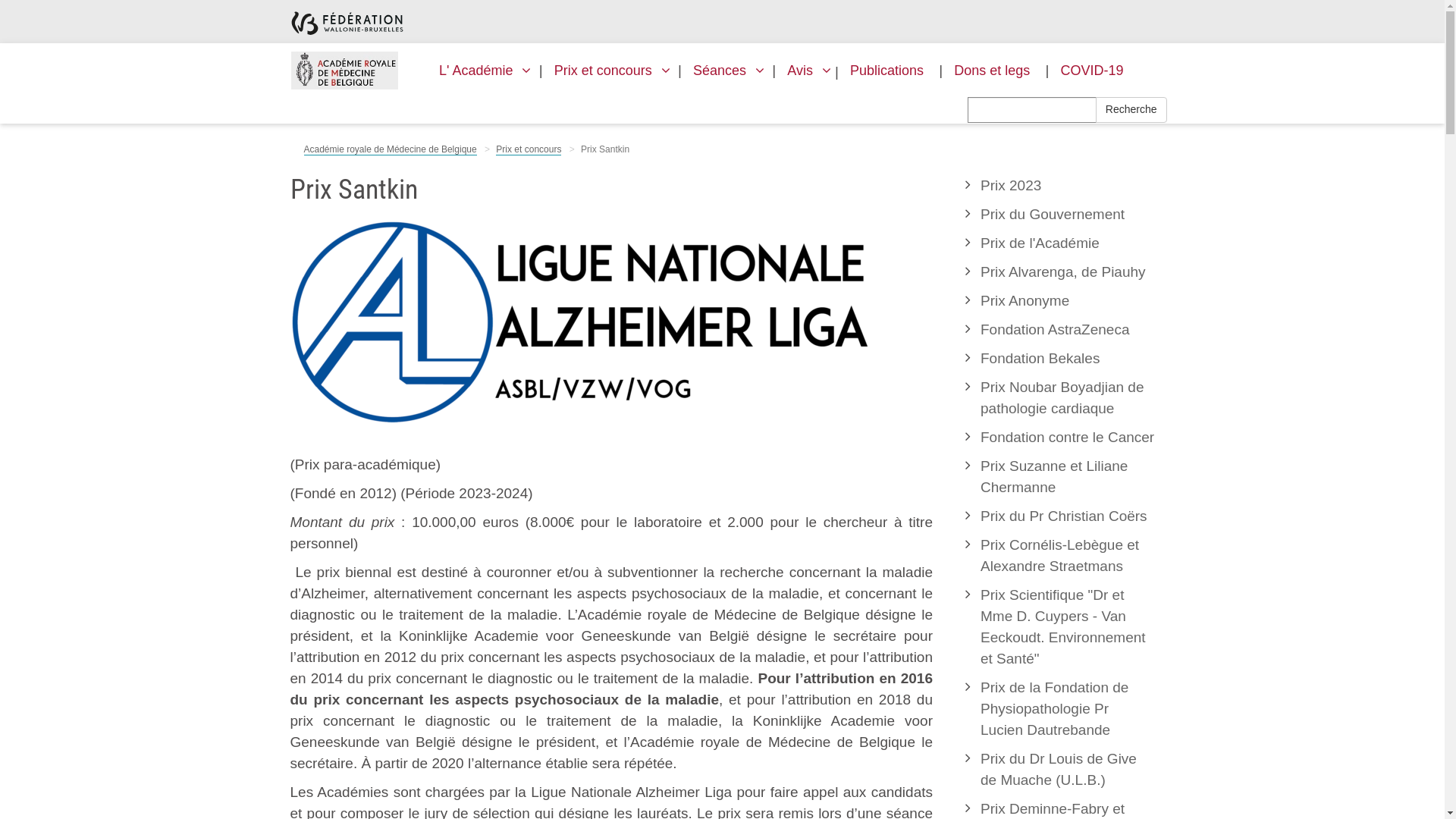  I want to click on 'Prix Suzanne et Liliane Chermanne', so click(1066, 475).